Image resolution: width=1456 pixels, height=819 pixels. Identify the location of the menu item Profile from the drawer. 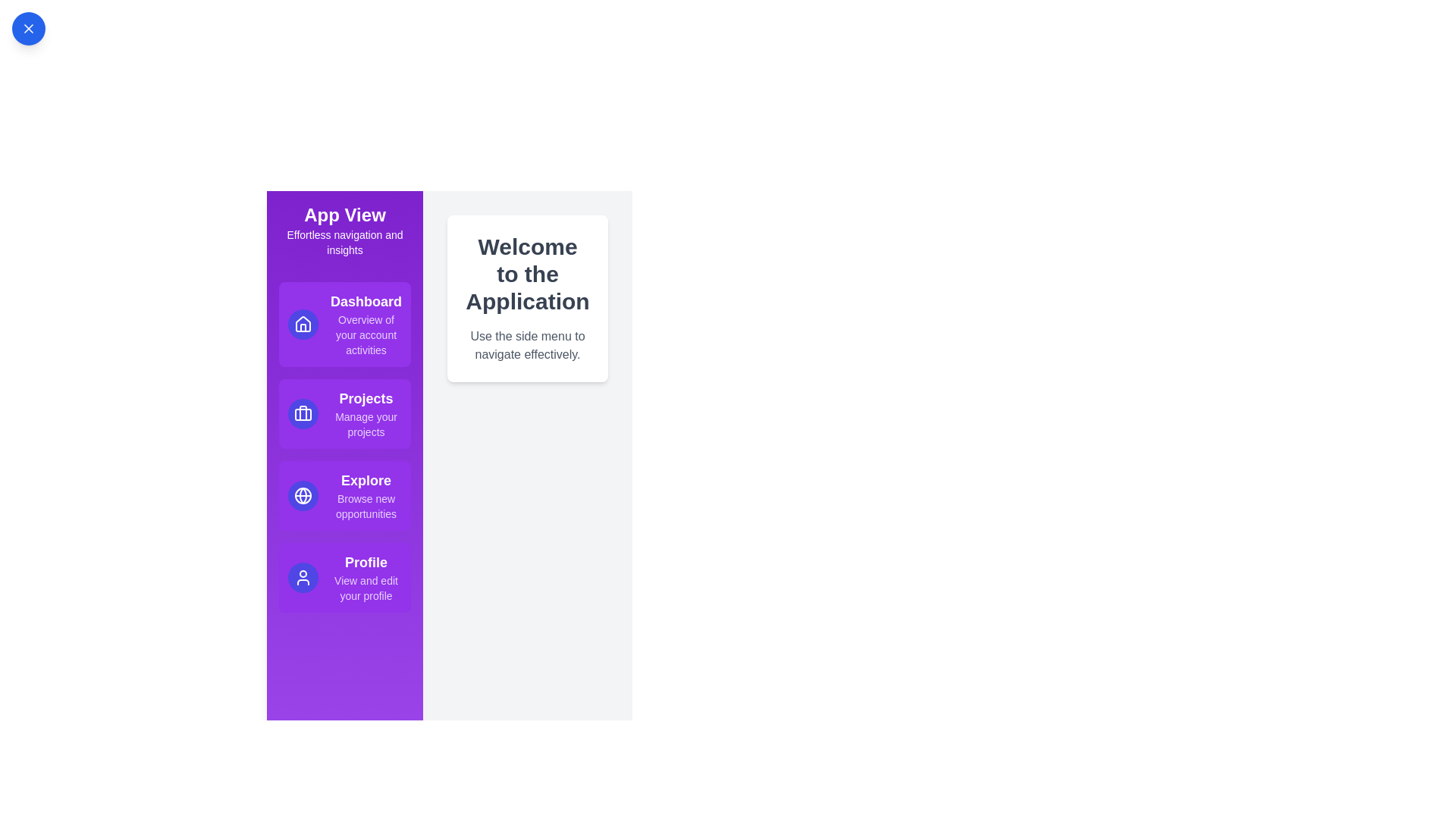
(344, 578).